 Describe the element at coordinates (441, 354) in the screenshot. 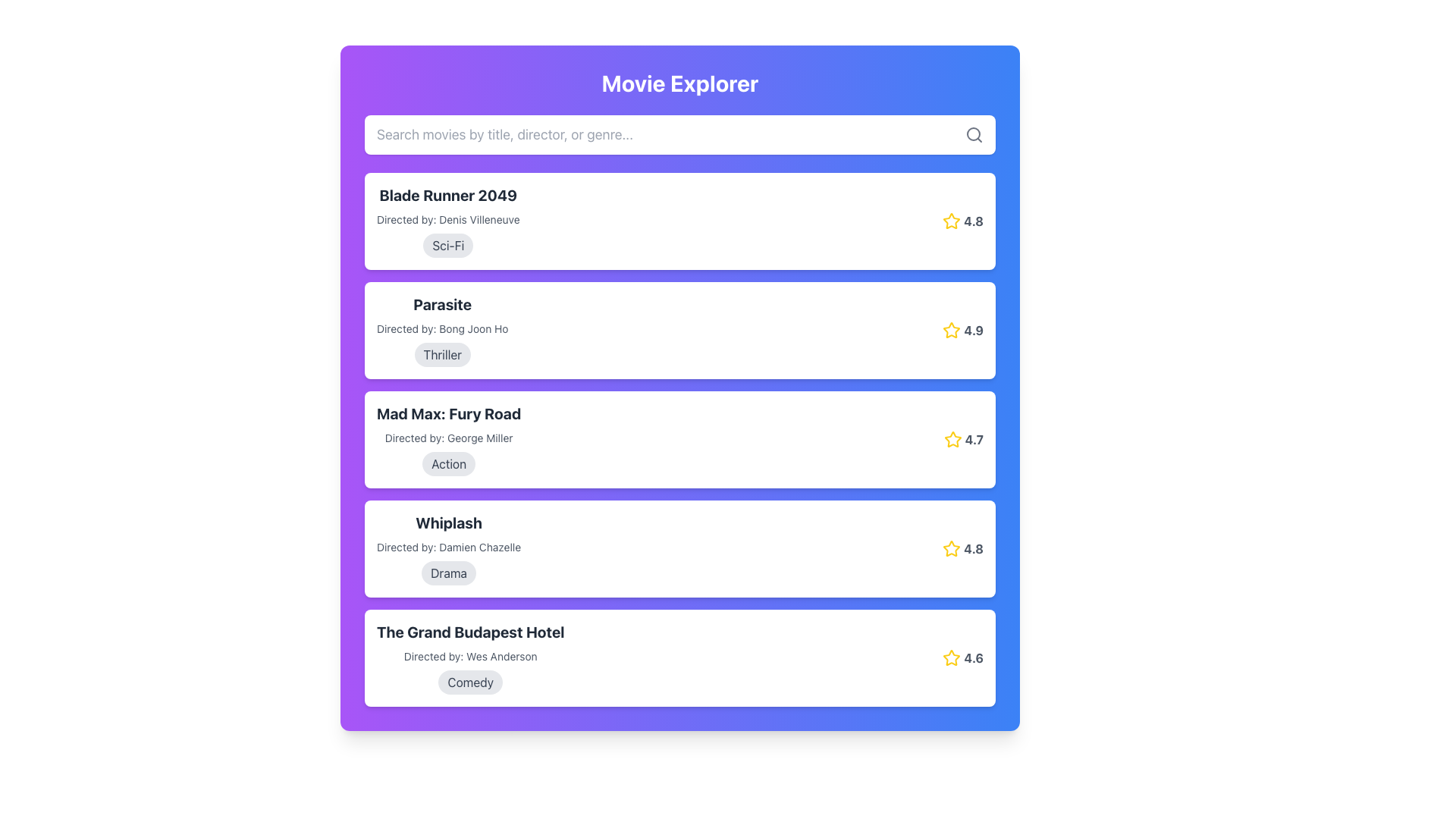

I see `the 'Thriller' text label, which is a non-interactive pill-shaped button with a gray background located beneath the director's name in the 'Parasite' movie card` at that location.